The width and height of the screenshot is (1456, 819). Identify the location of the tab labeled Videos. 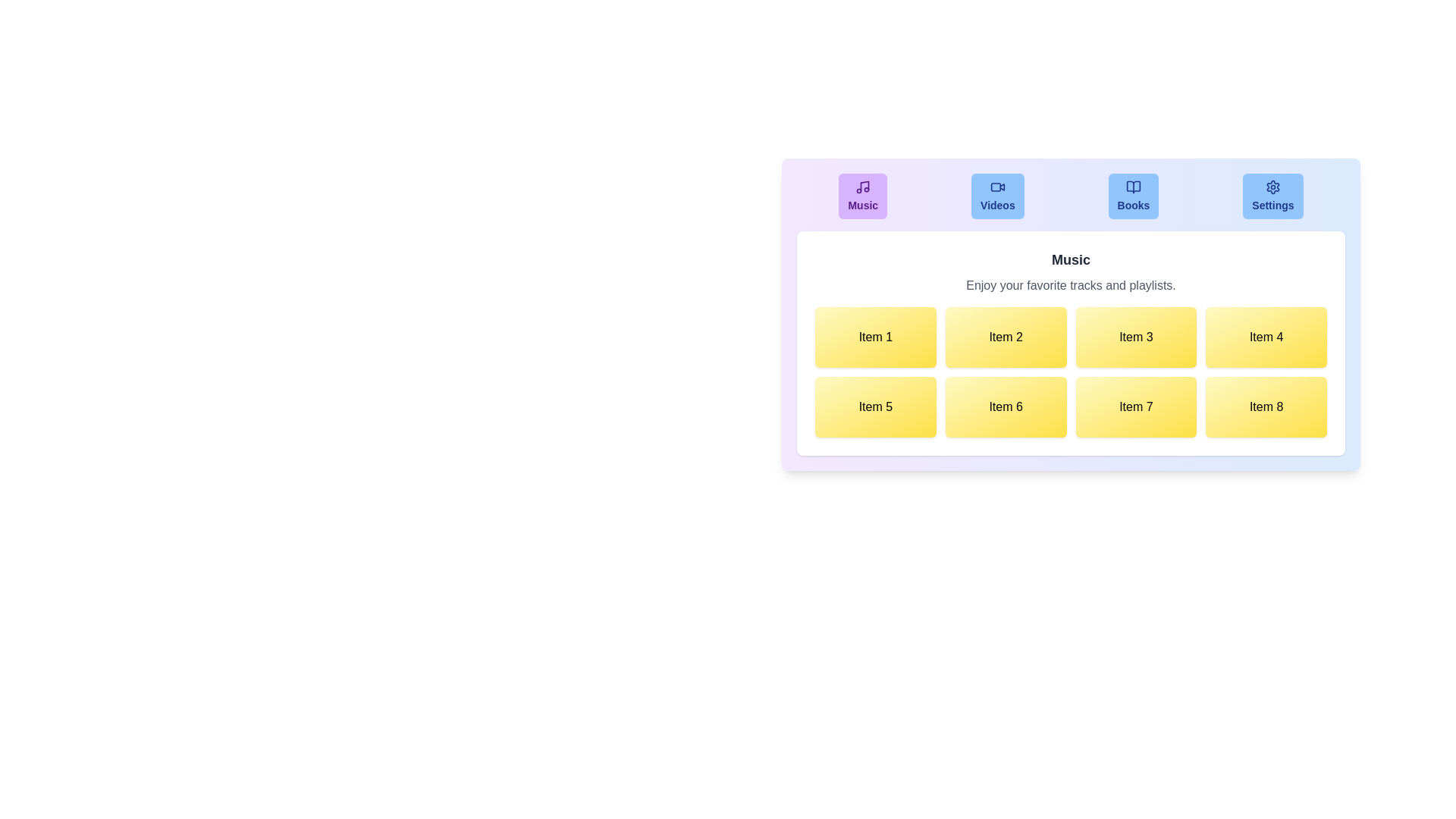
(997, 195).